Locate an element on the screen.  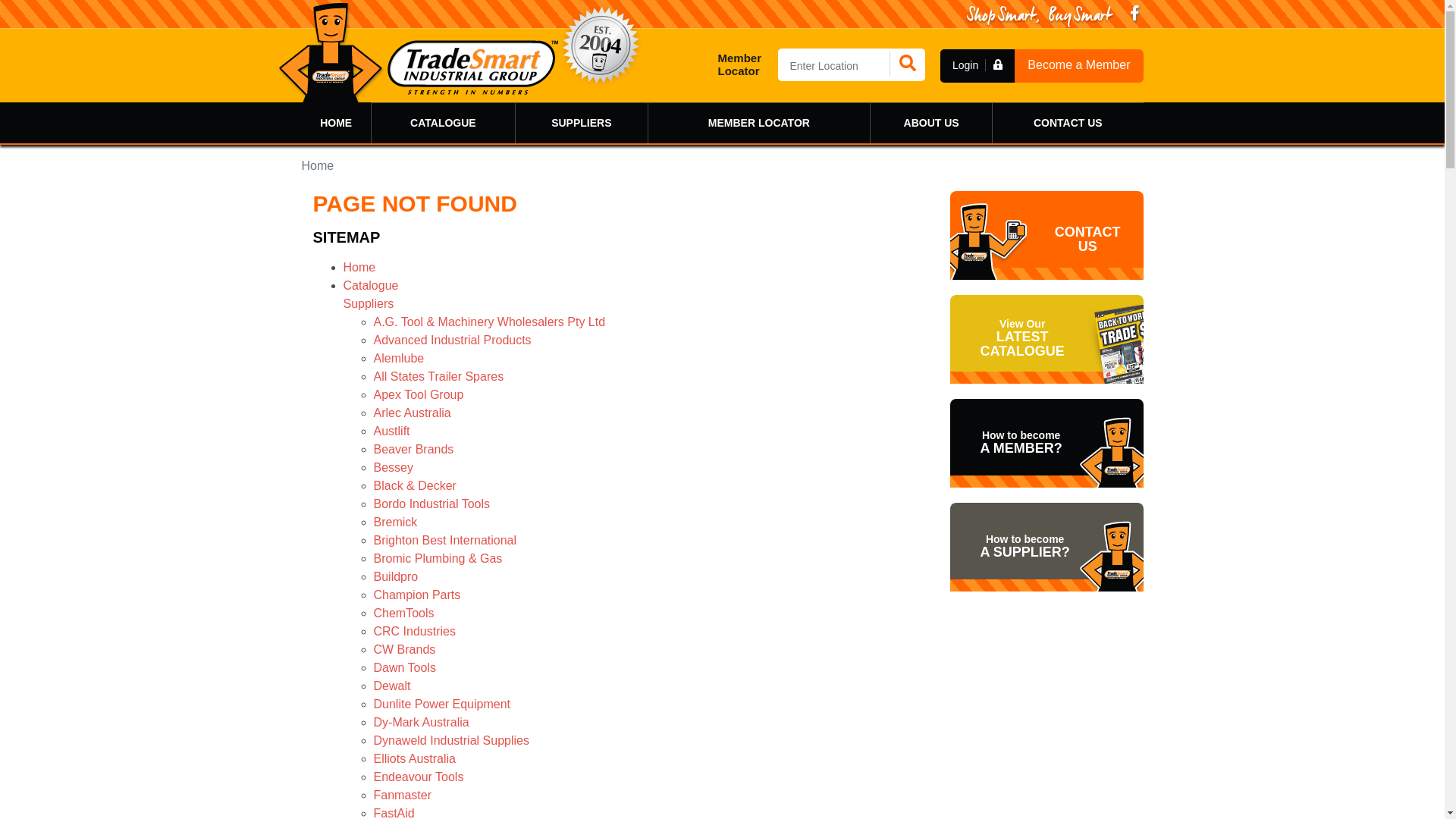
'Buildpro' is located at coordinates (395, 576).